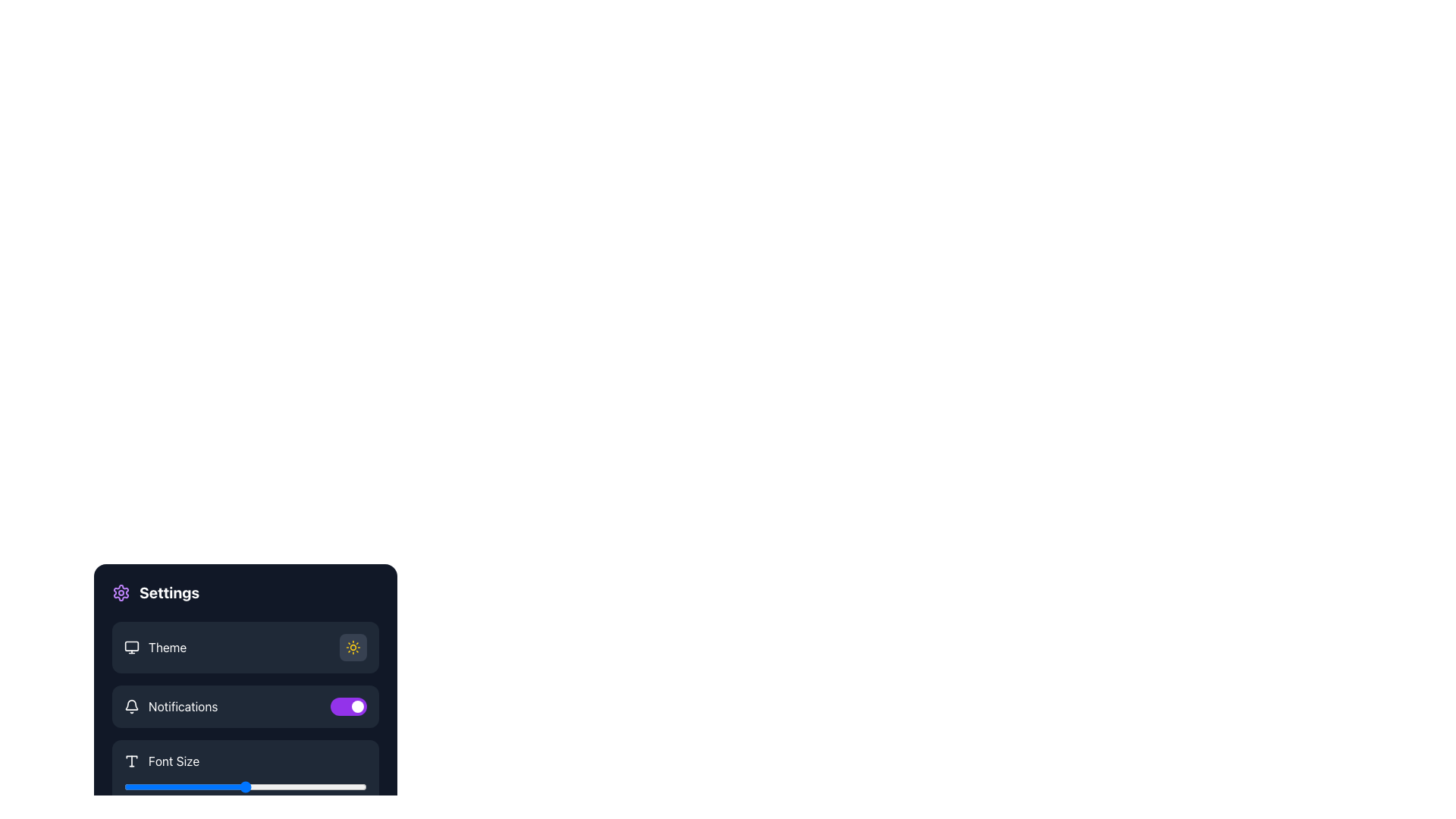 Image resolution: width=1456 pixels, height=819 pixels. I want to click on the font size, so click(282, 786).